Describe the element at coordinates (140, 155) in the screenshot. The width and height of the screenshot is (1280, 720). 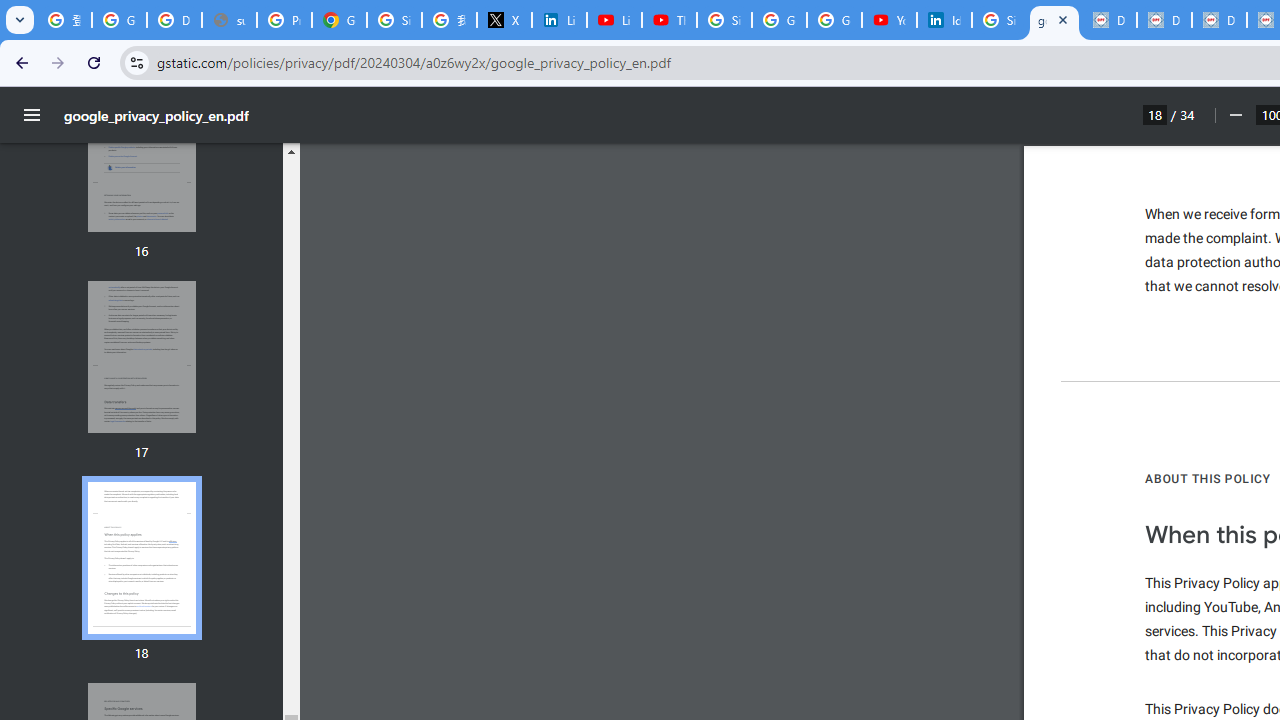
I see `'Thumbnail for page 16'` at that location.